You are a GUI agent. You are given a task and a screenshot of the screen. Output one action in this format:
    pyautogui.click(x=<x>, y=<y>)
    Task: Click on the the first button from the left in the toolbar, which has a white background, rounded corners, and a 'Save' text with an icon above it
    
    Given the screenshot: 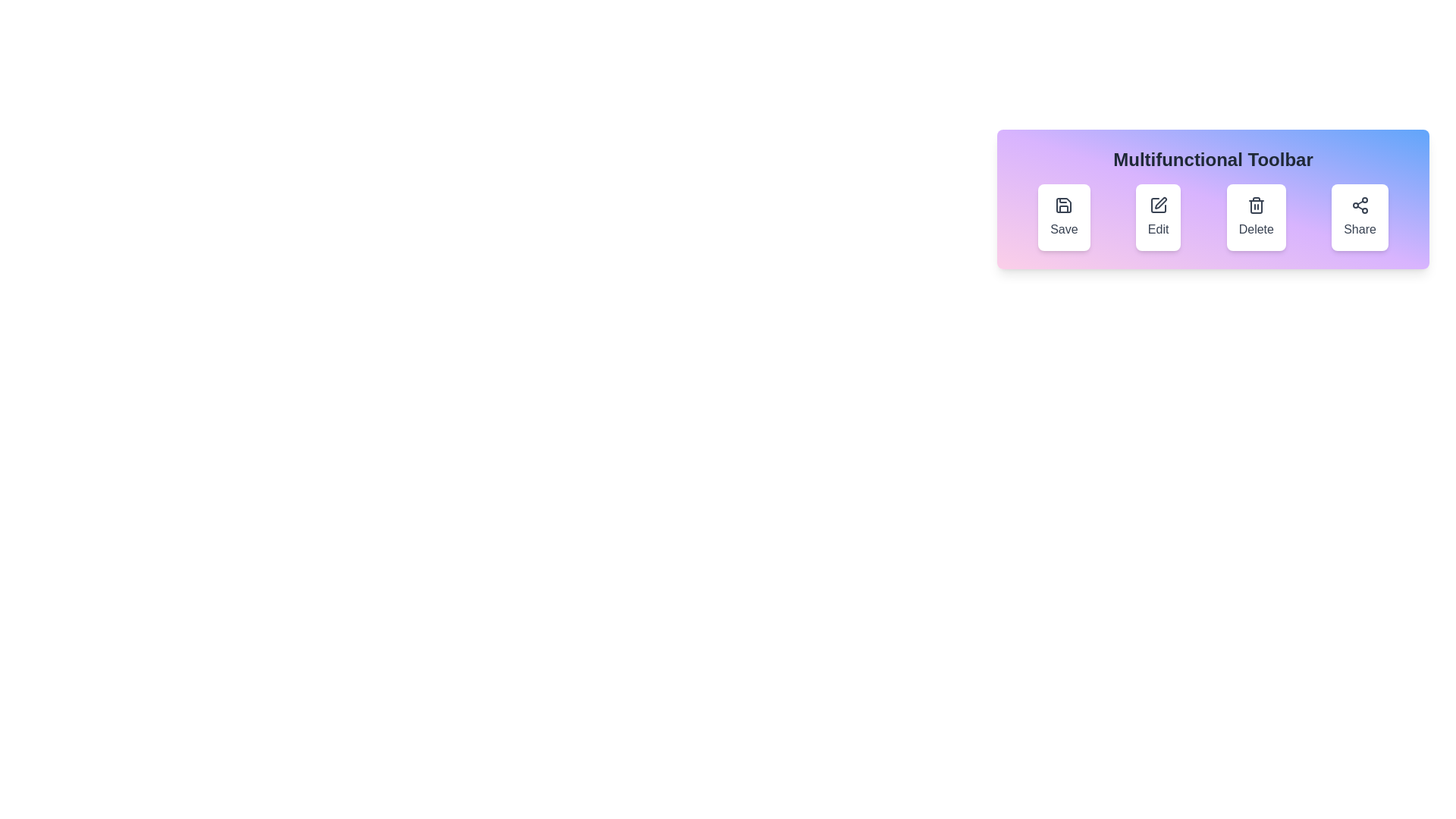 What is the action you would take?
    pyautogui.click(x=1063, y=217)
    